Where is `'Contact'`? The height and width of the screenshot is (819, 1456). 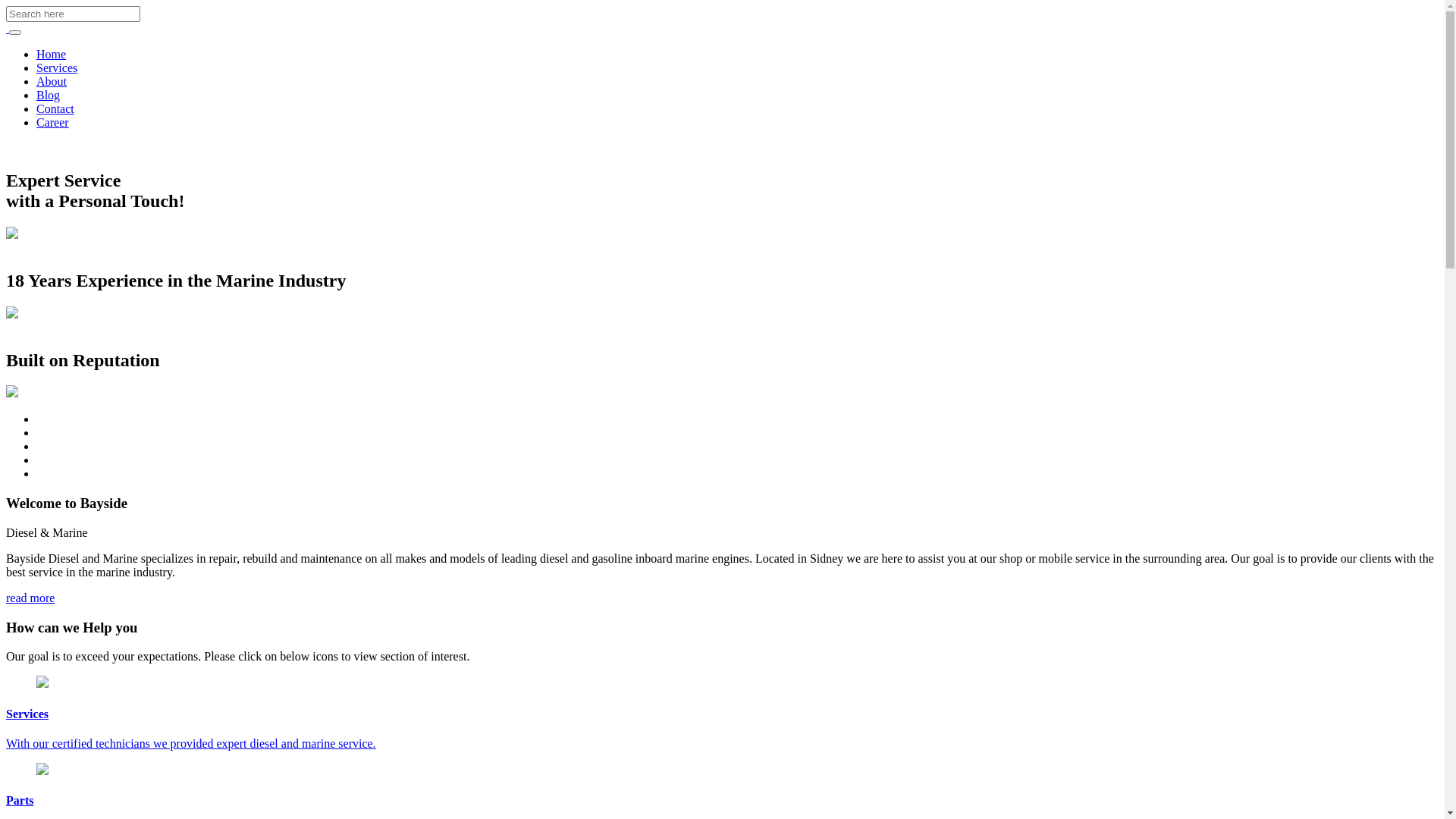
'Contact' is located at coordinates (55, 108).